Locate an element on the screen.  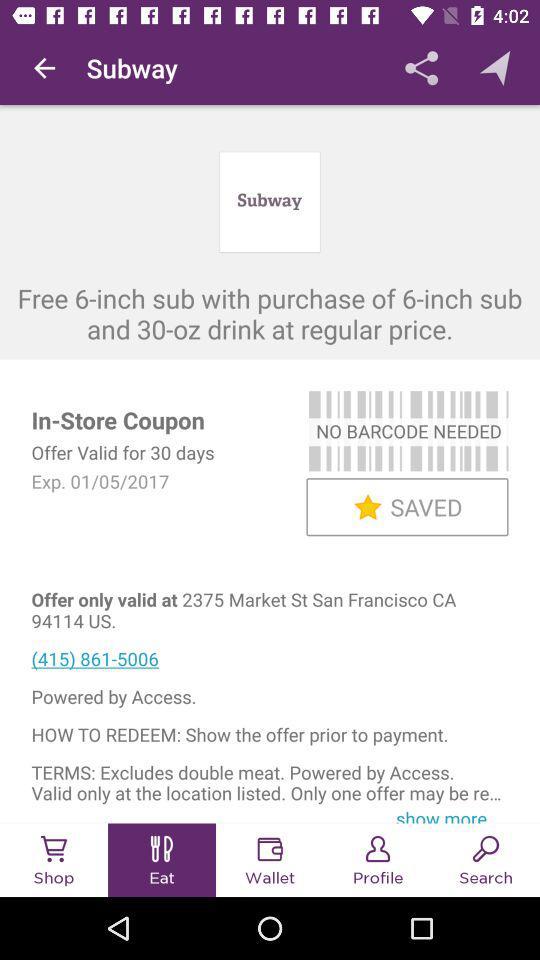
the icon below the terms excludes double is located at coordinates (448, 814).